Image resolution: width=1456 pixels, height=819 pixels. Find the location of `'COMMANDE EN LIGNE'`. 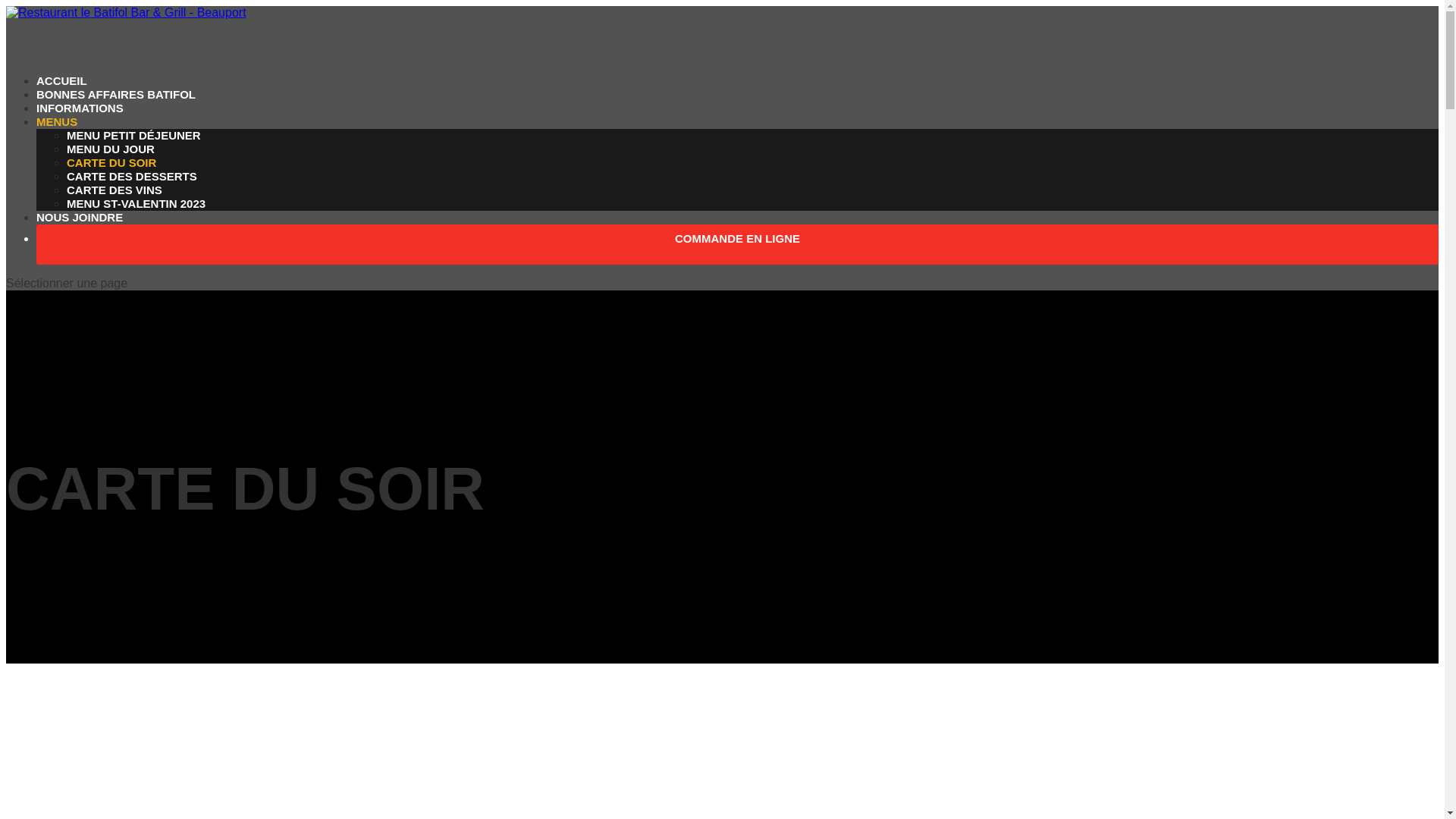

'COMMANDE EN LIGNE' is located at coordinates (737, 259).